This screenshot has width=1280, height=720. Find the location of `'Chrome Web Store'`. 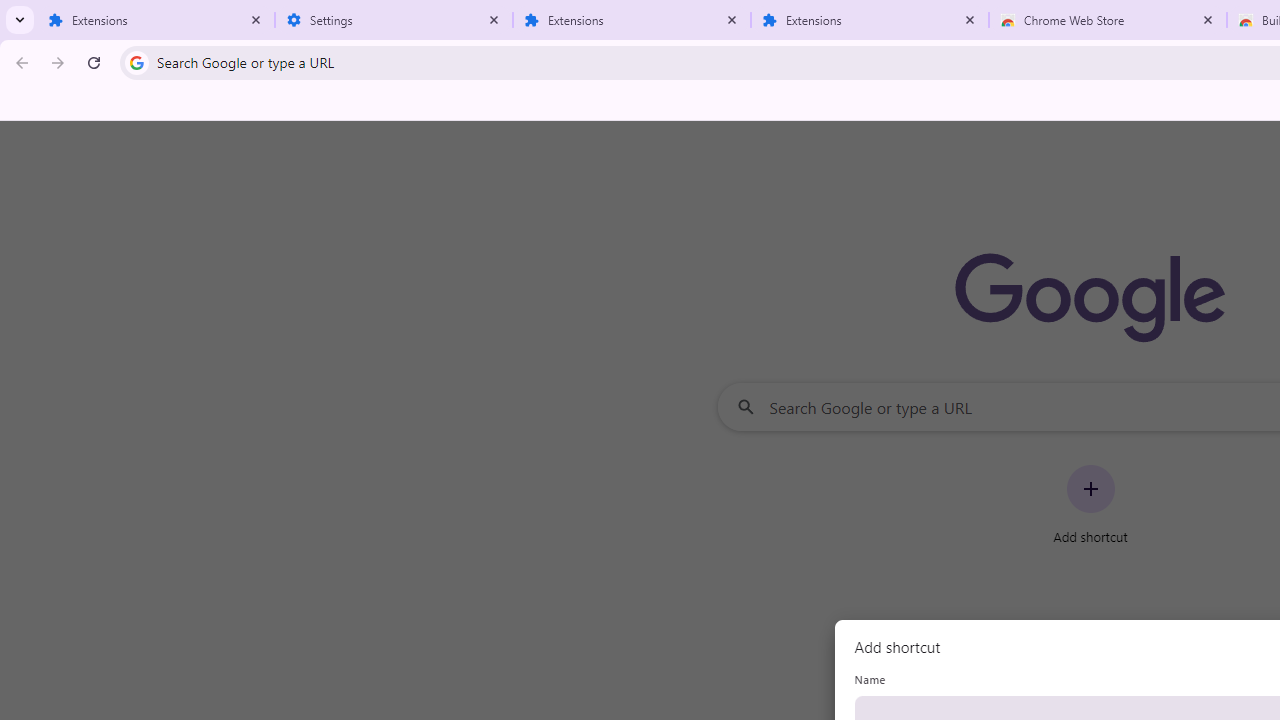

'Chrome Web Store' is located at coordinates (1107, 20).